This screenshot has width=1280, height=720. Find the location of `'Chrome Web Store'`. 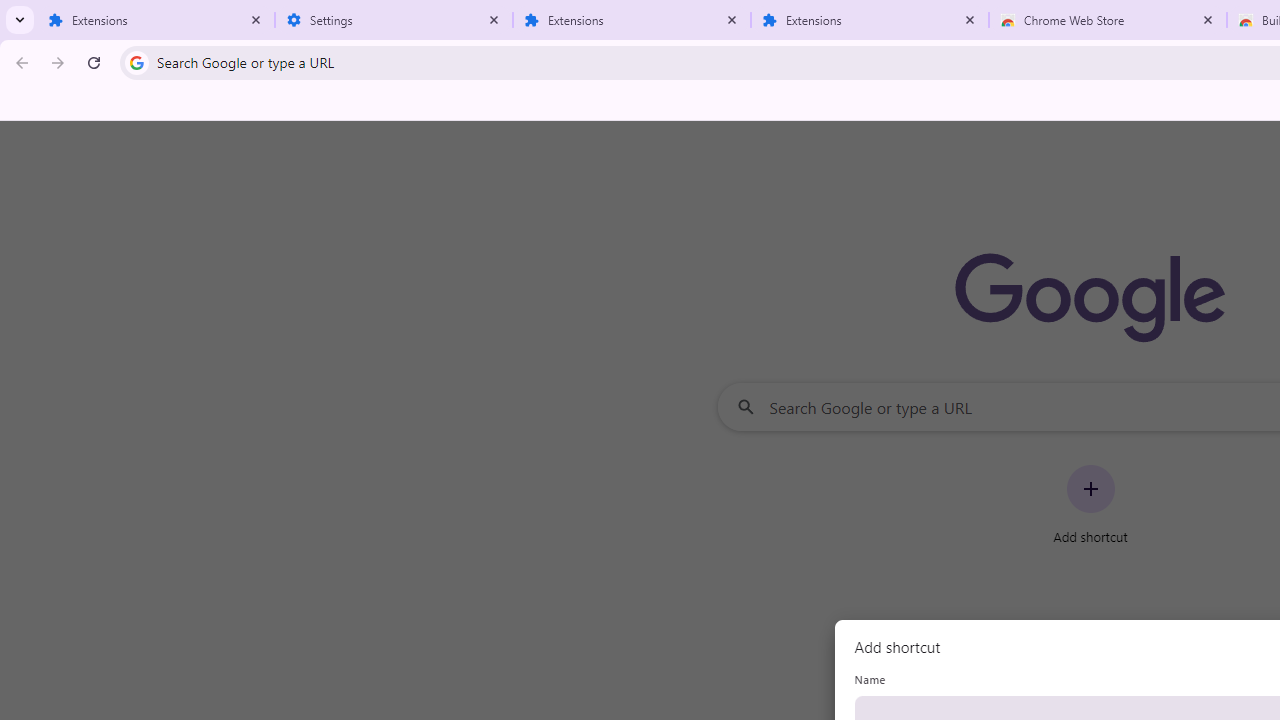

'Chrome Web Store' is located at coordinates (1107, 20).